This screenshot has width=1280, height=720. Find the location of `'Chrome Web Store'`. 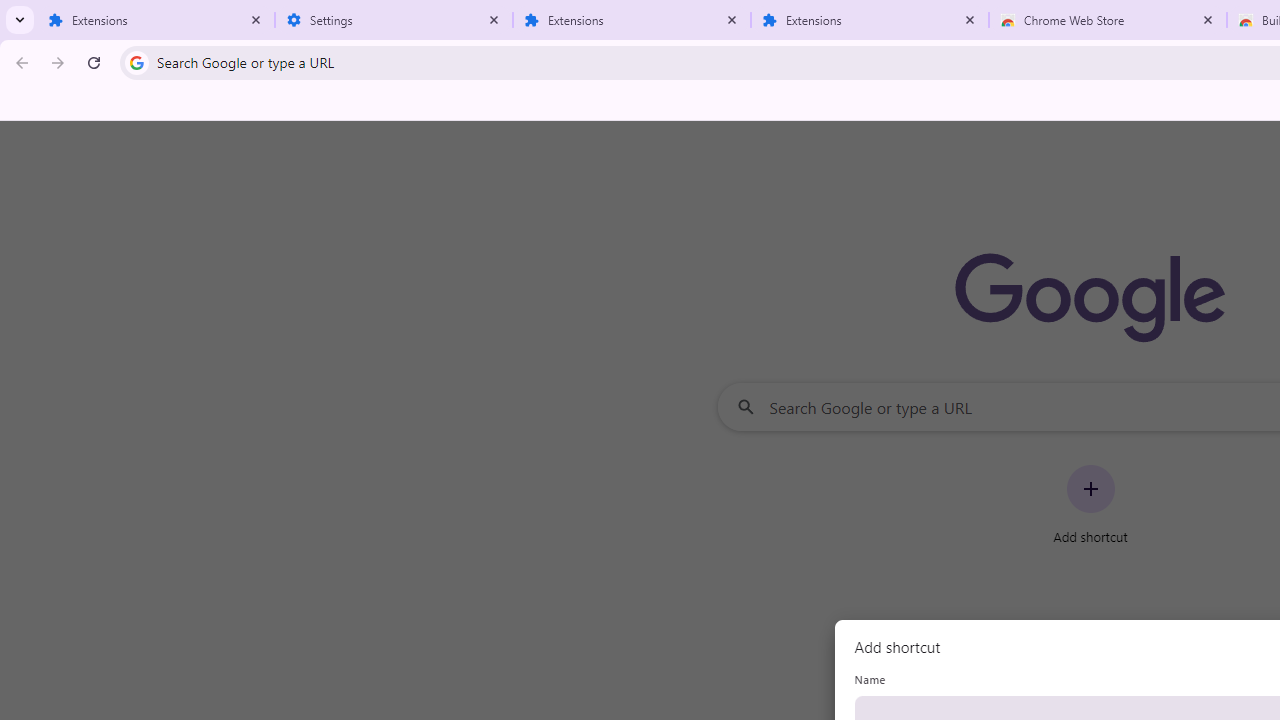

'Chrome Web Store' is located at coordinates (1107, 20).